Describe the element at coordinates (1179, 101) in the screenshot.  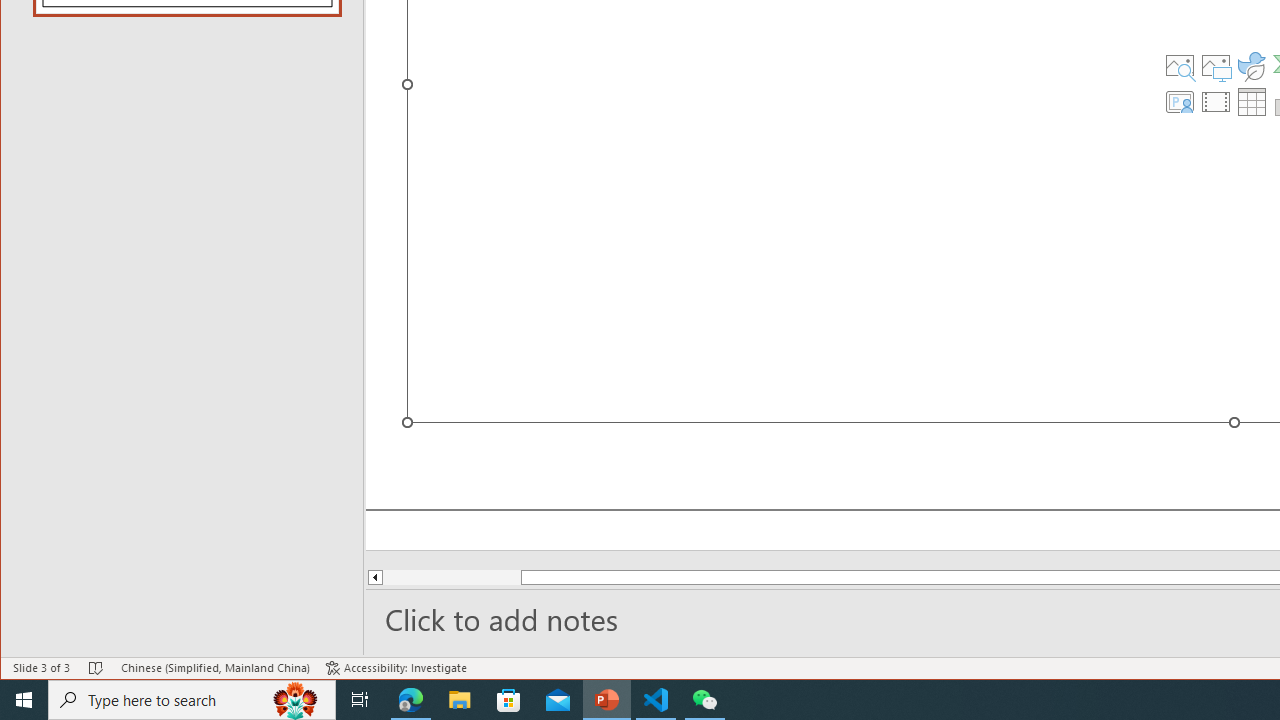
I see `'Insert Cameo'` at that location.